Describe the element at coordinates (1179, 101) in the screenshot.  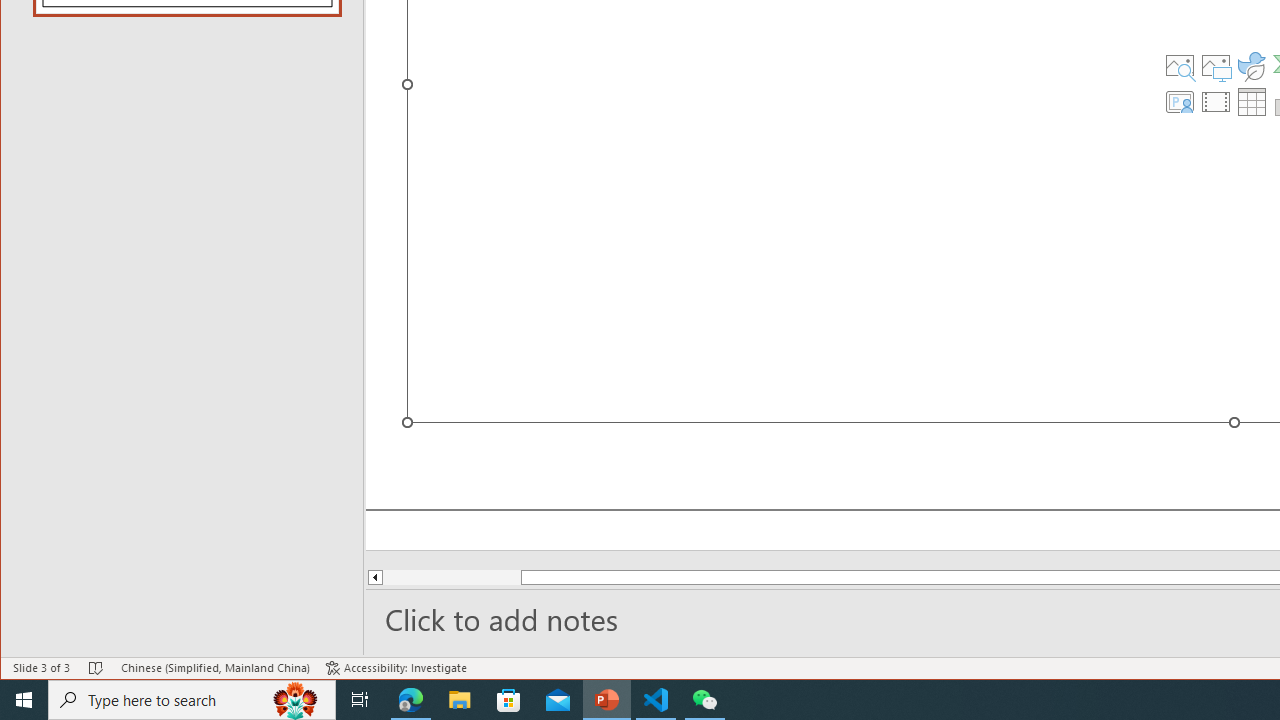
I see `'Insert Cameo'` at that location.